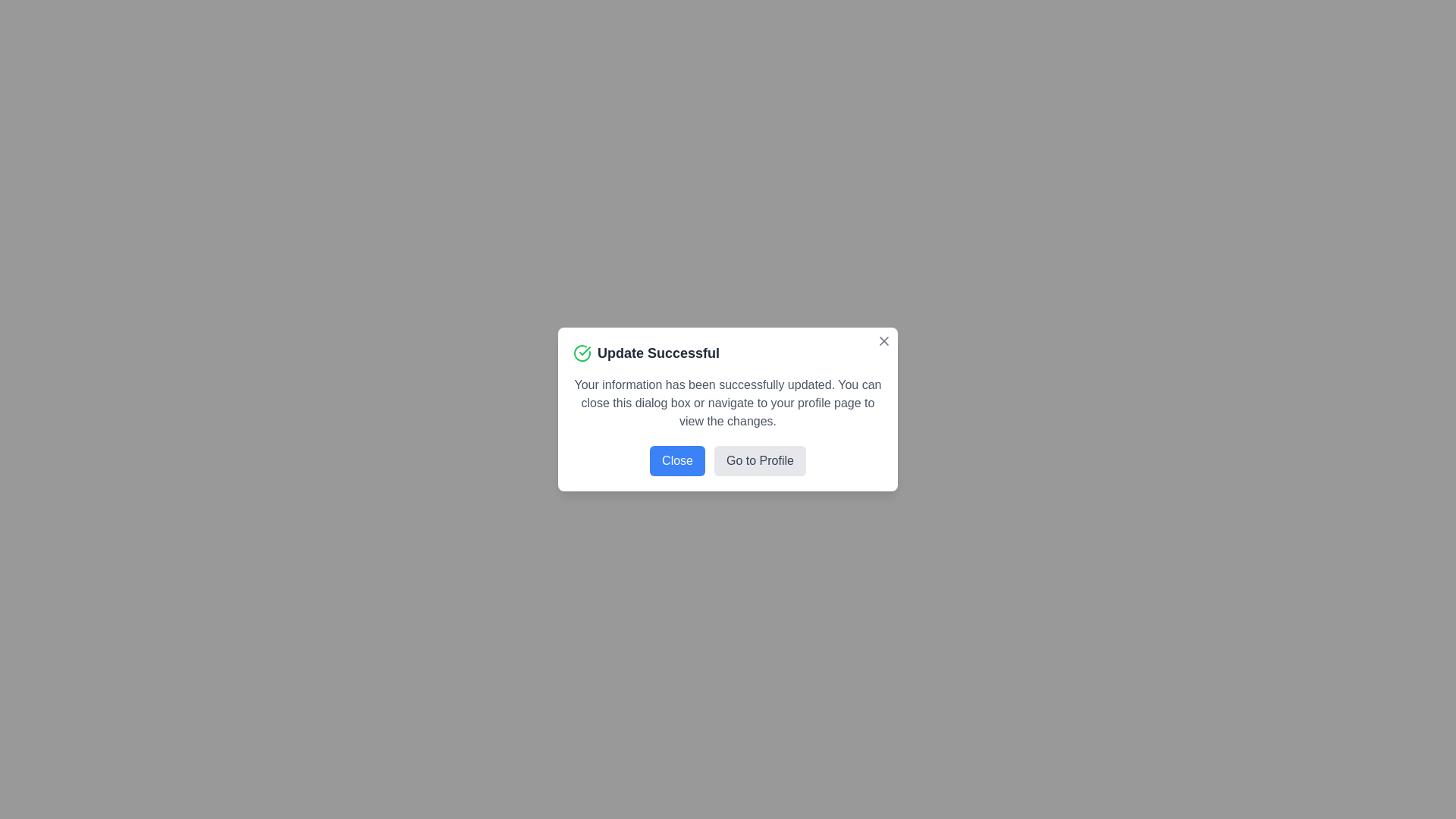 This screenshot has height=819, width=1456. What do you see at coordinates (760, 460) in the screenshot?
I see `the visual elements by focusing on Go to Profile button` at bounding box center [760, 460].